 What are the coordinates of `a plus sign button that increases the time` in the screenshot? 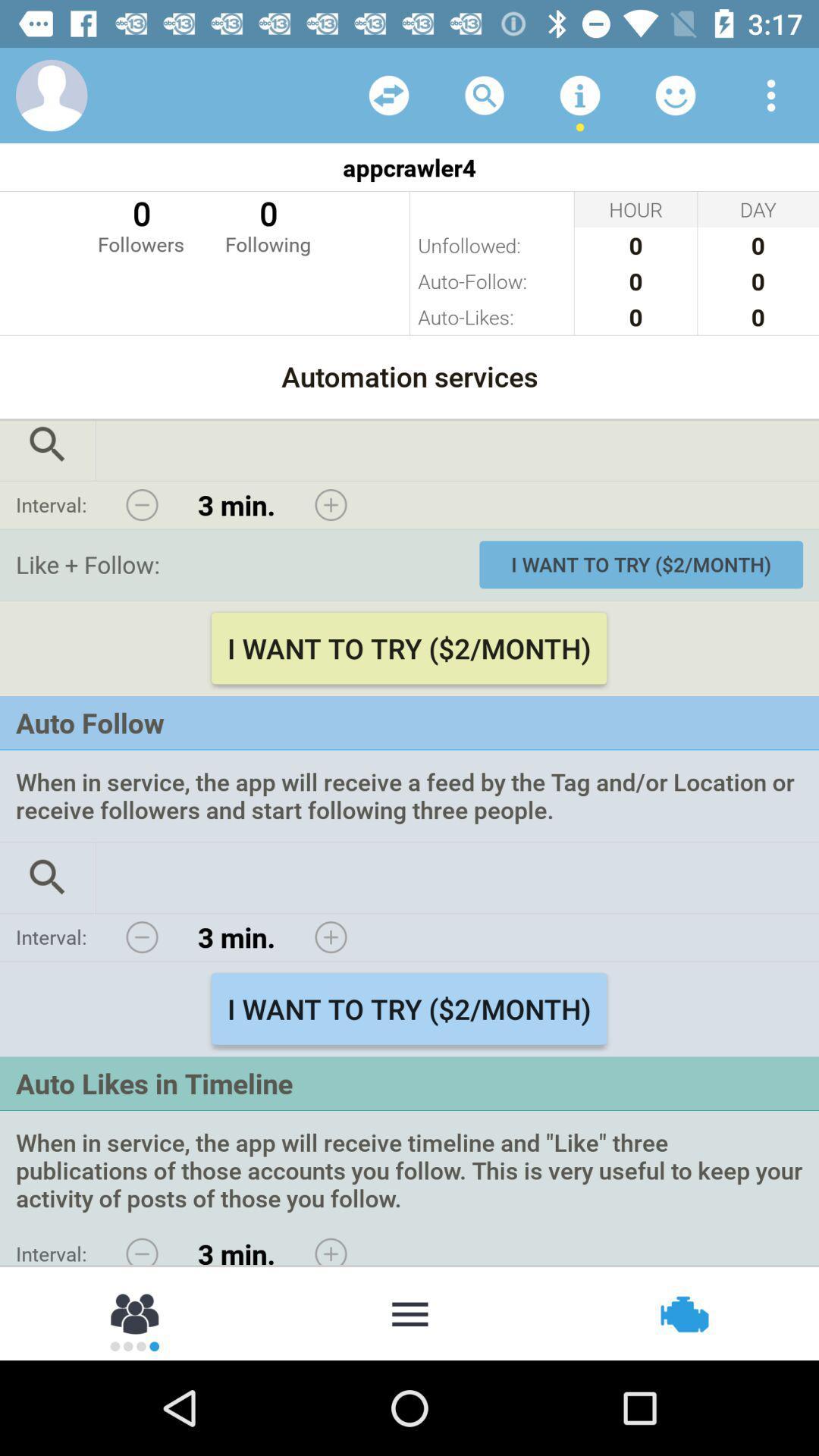 It's located at (330, 1247).